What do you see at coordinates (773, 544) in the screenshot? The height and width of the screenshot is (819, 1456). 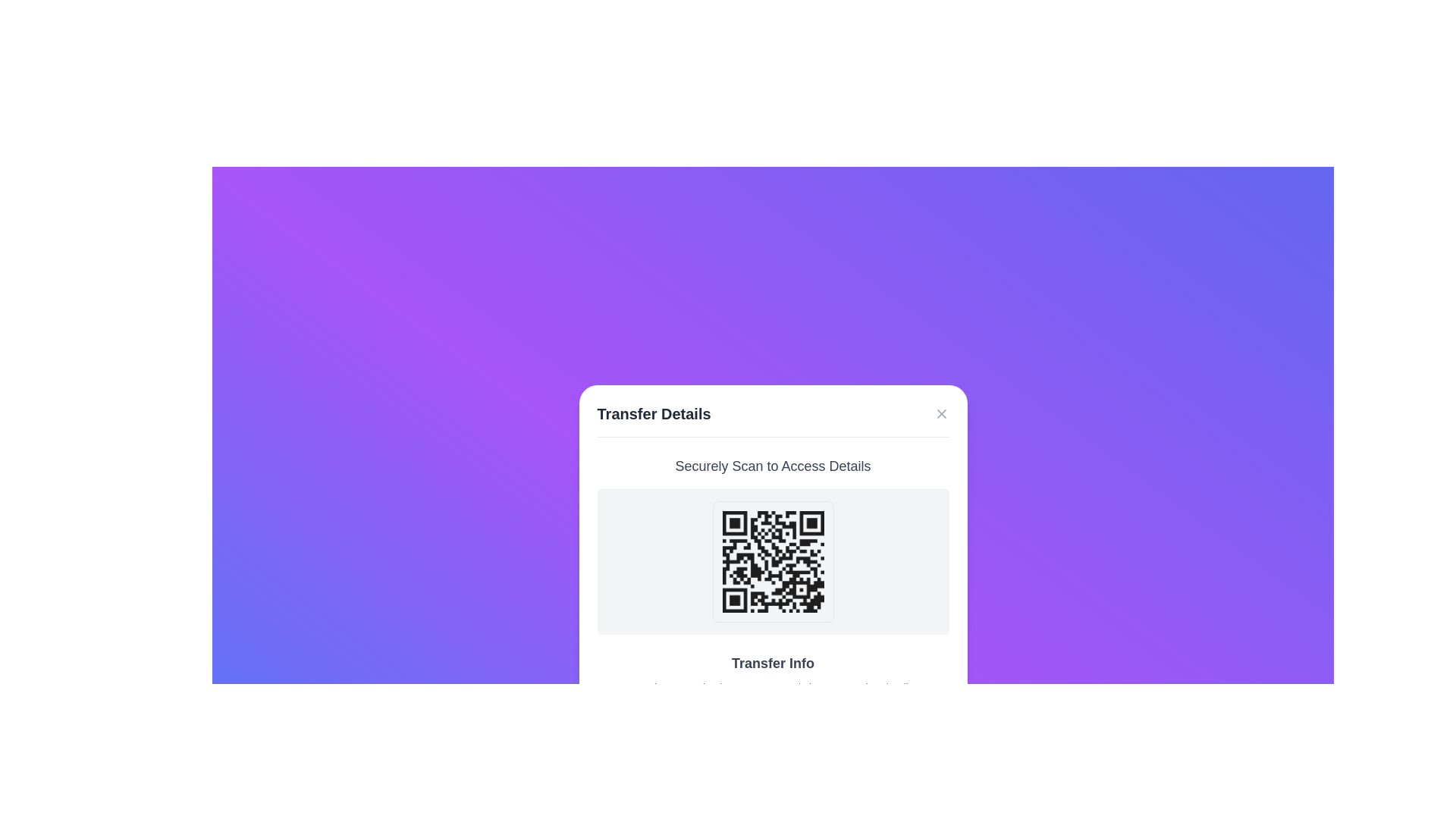 I see `the Informative block with QR code that contains the text 'Securely Scan` at bounding box center [773, 544].